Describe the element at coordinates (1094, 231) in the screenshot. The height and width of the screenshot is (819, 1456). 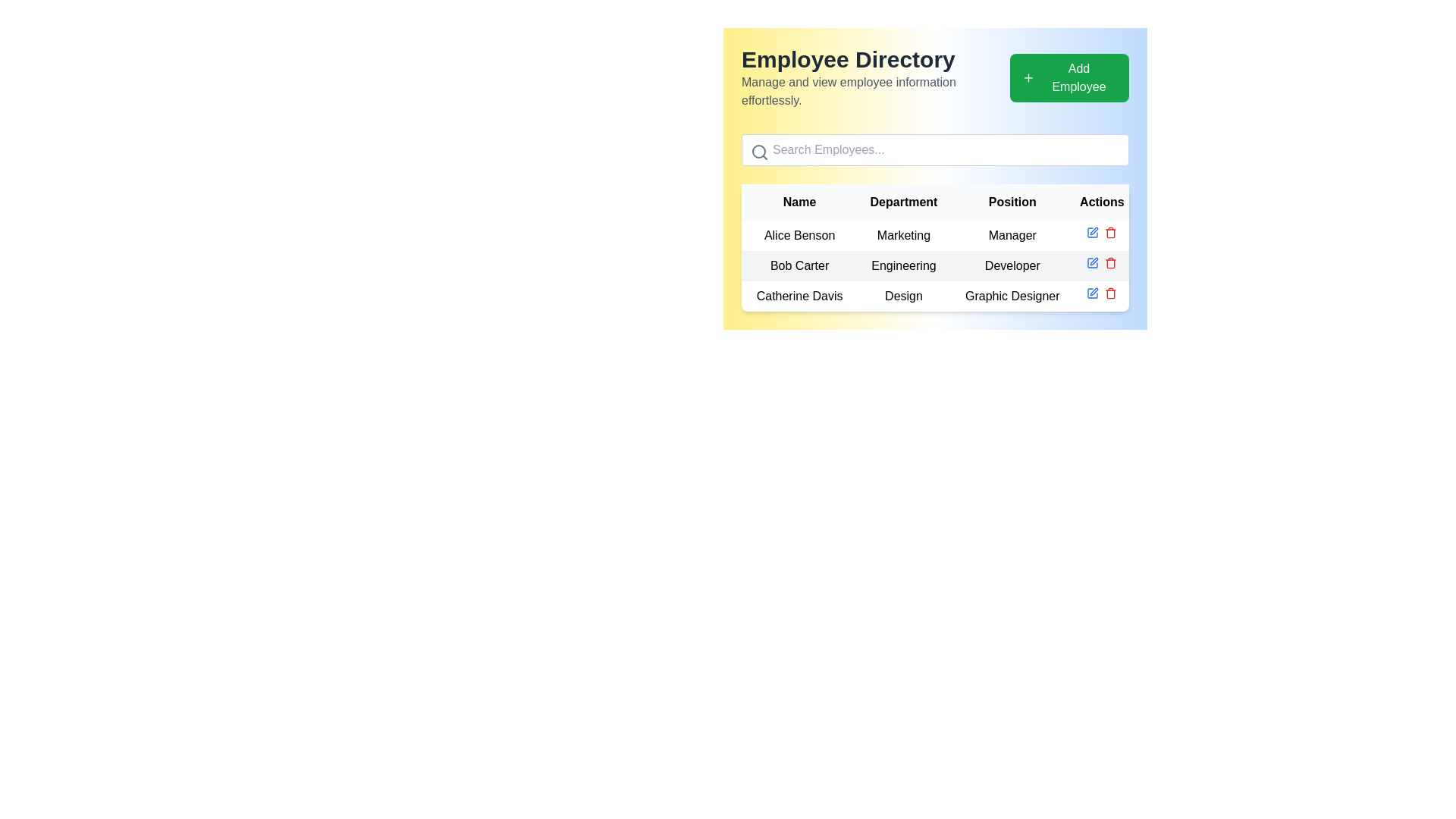
I see `the edit icon (SVG) located in the 'Actions' column of the table for the second employee, 'Bob Carter'` at that location.